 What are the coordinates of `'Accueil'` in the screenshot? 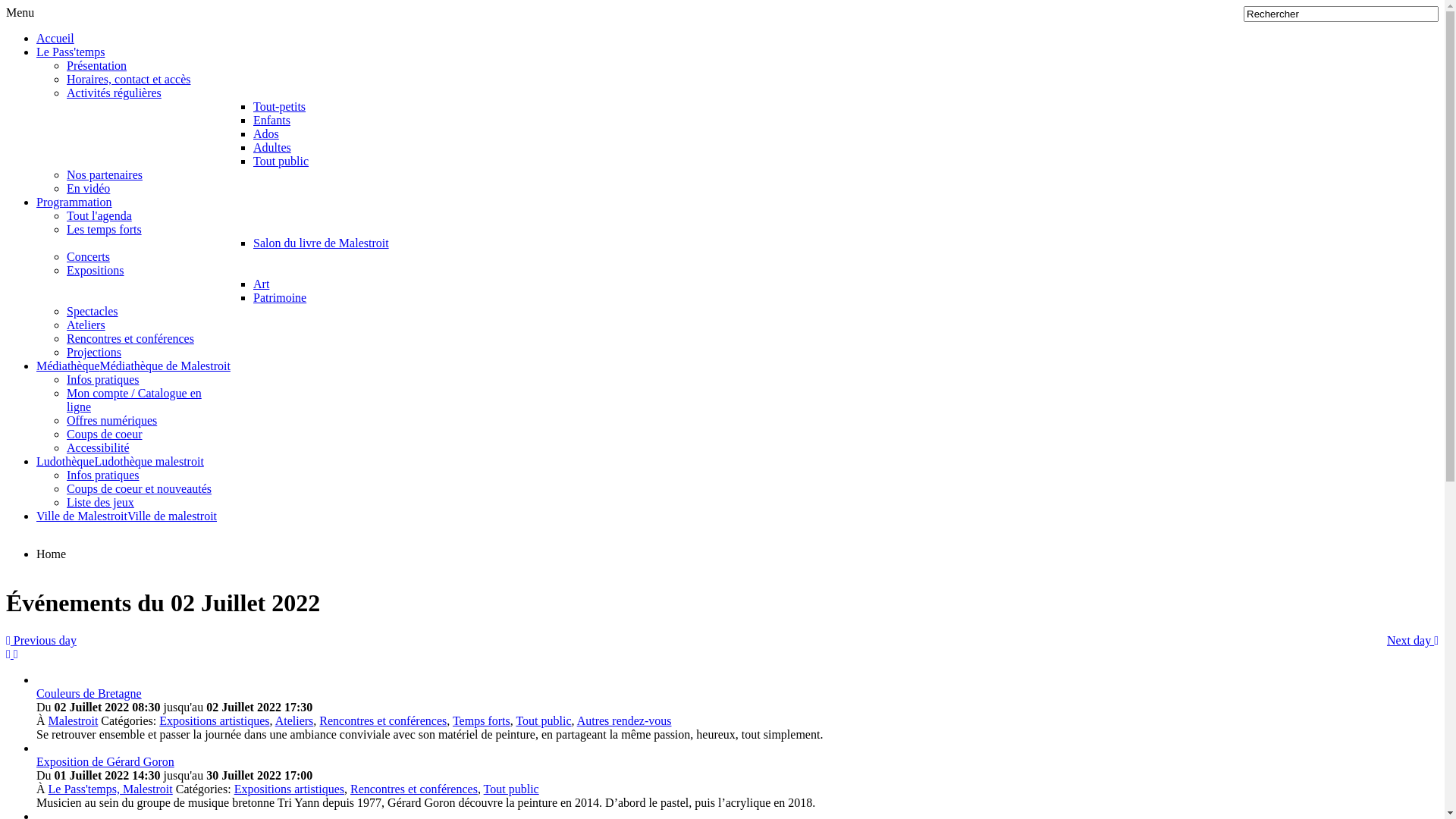 It's located at (55, 37).